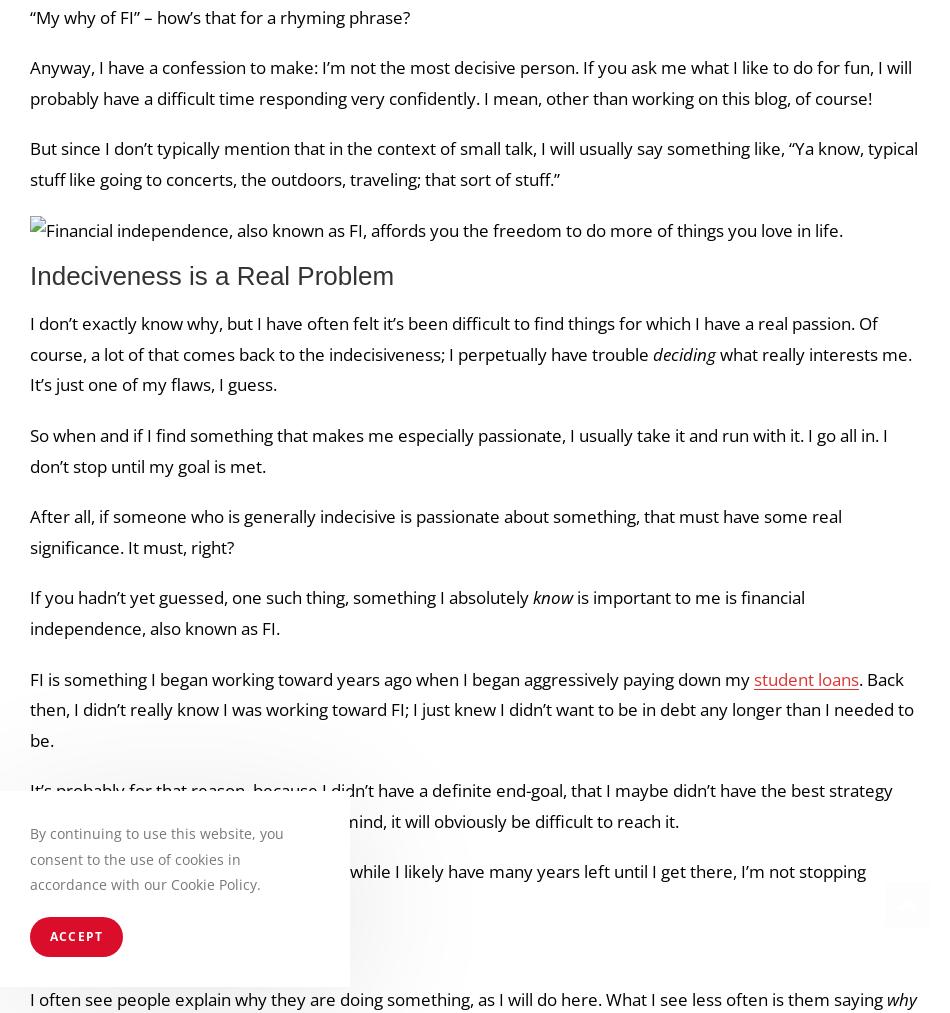  What do you see at coordinates (447, 885) in the screenshot?
I see `'That said, FI is very important to me. And while I likely have many years left until I get there, I’m not stopping before I do.'` at bounding box center [447, 885].